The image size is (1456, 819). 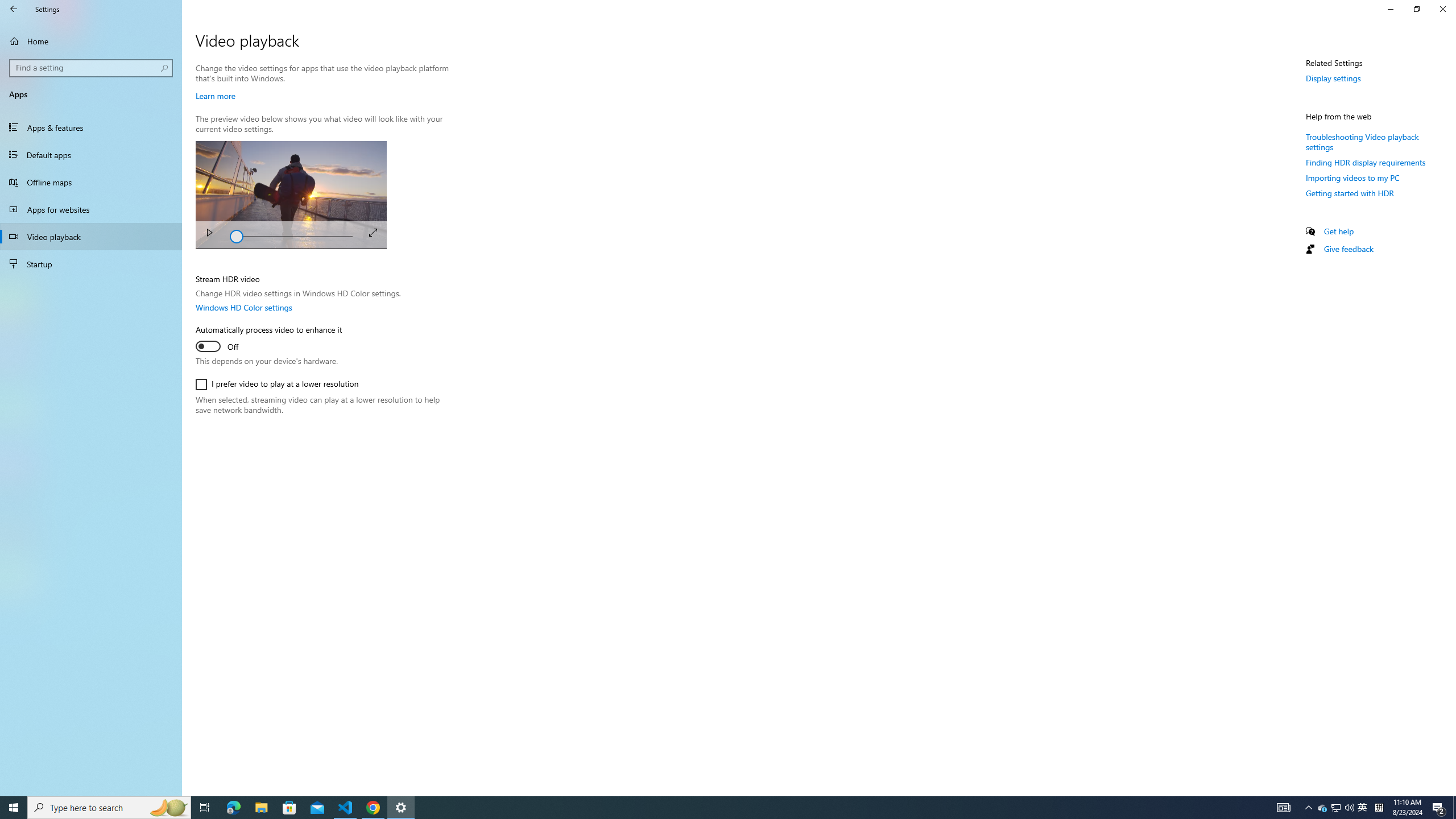 I want to click on 'Play', so click(x=208, y=234).